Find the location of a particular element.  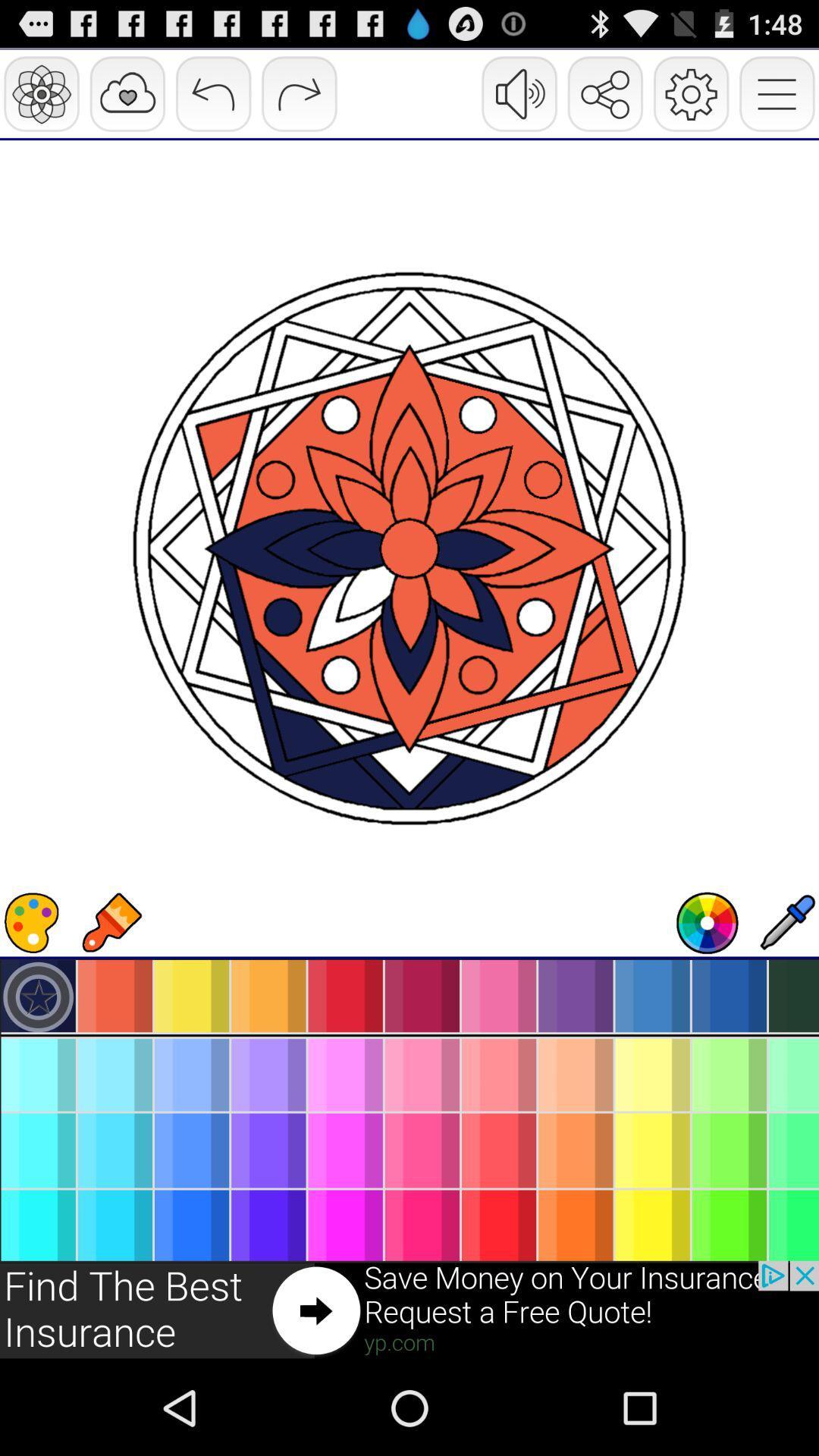

sound is located at coordinates (708, 922).